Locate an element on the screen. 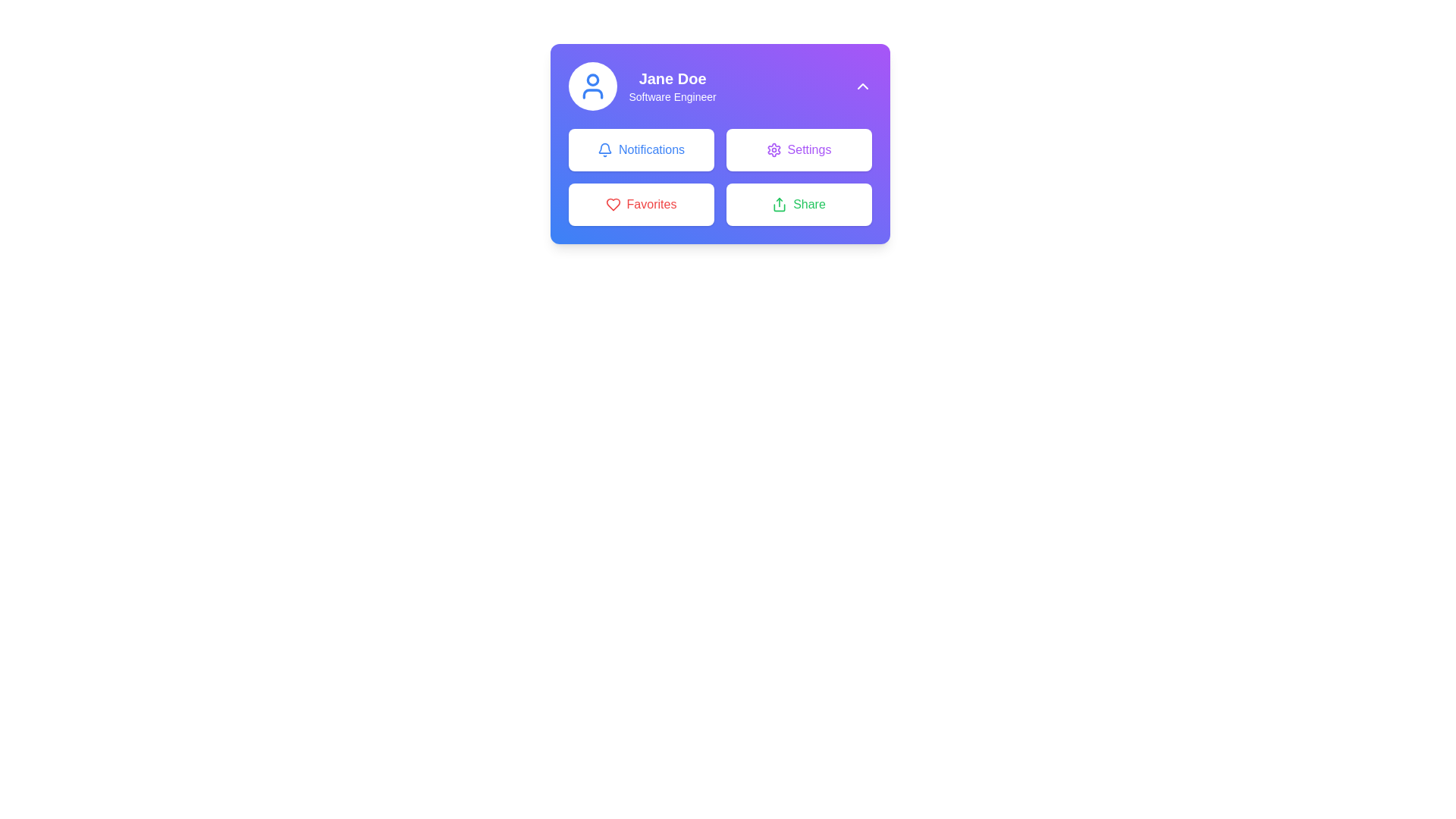  the 'Share' text label located inside the button at the bottom-right corner of the card is located at coordinates (808, 205).